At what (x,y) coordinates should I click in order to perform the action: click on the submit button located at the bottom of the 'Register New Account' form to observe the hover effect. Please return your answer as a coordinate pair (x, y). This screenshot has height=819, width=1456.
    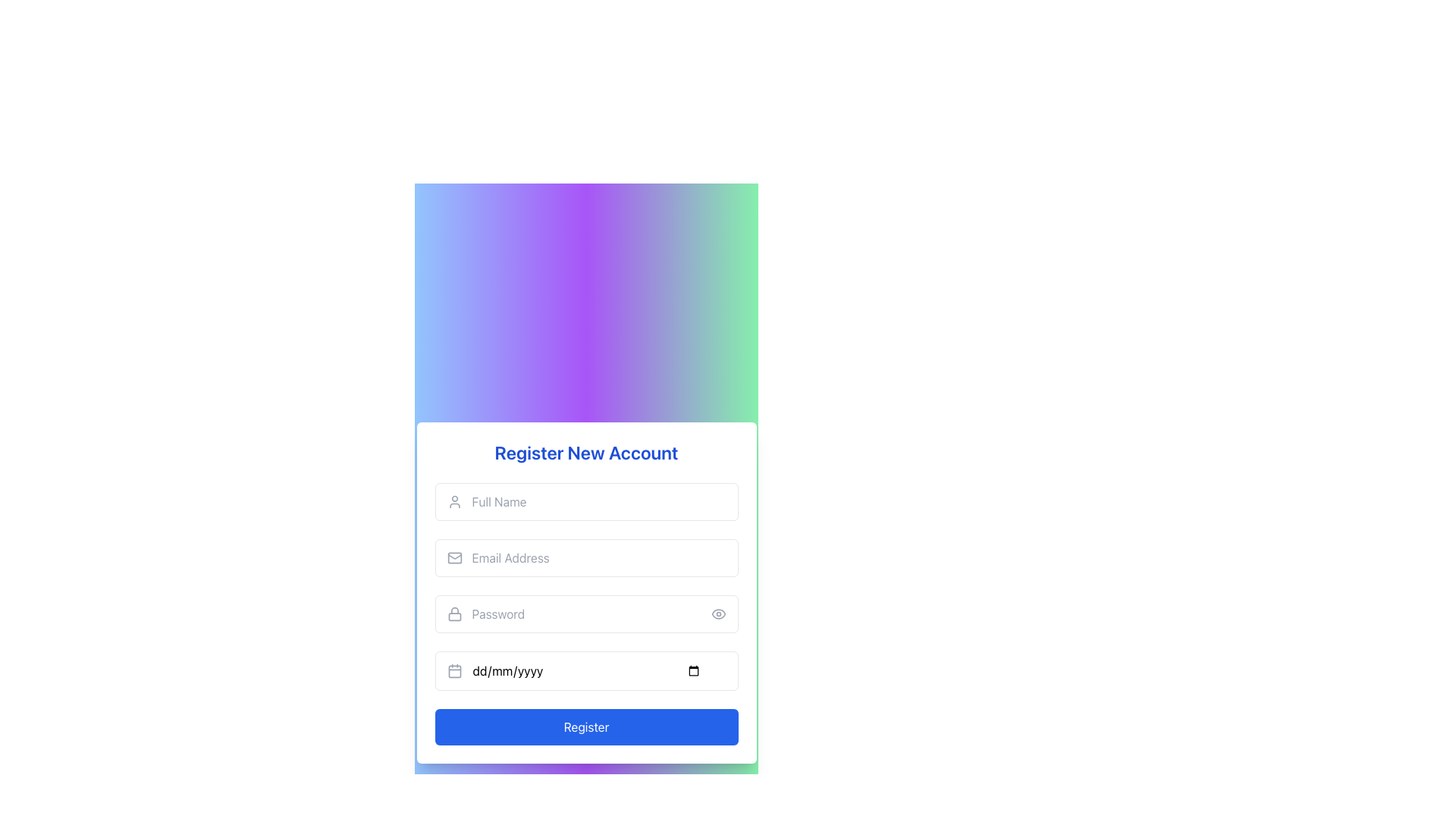
    Looking at the image, I should click on (585, 726).